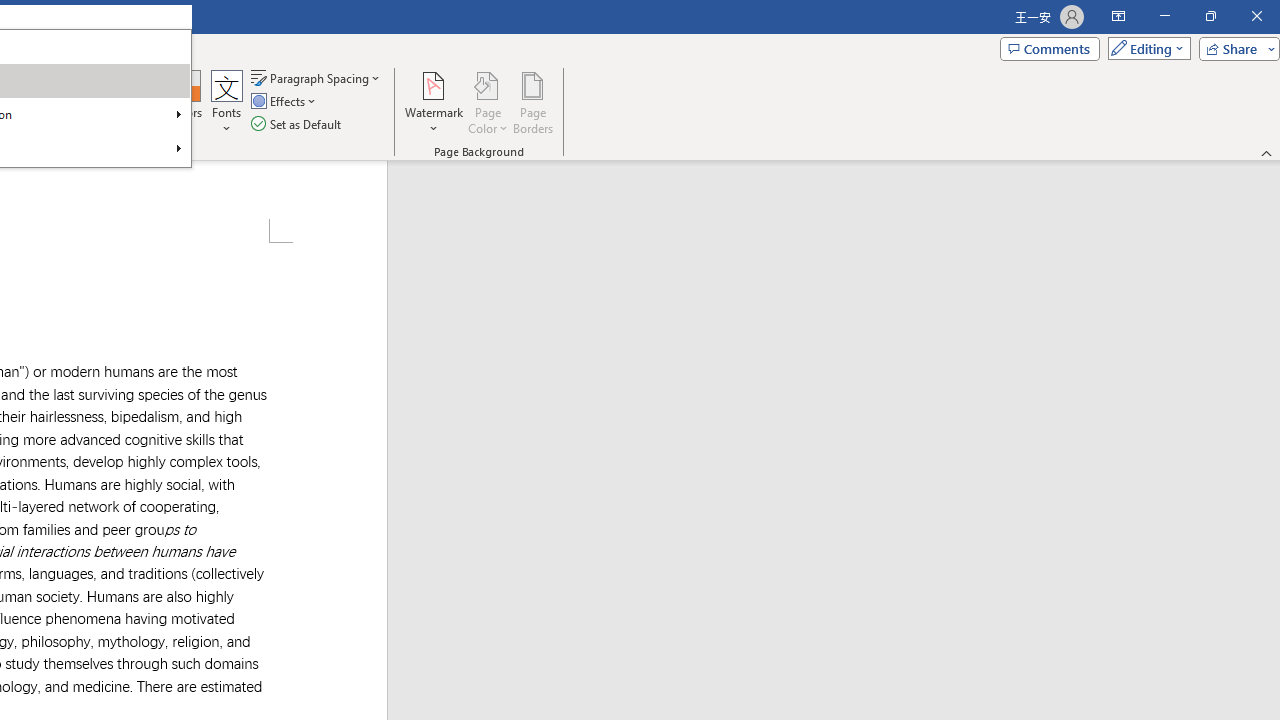 Image resolution: width=1280 pixels, height=720 pixels. I want to click on 'Row Down', so click(152, 100).